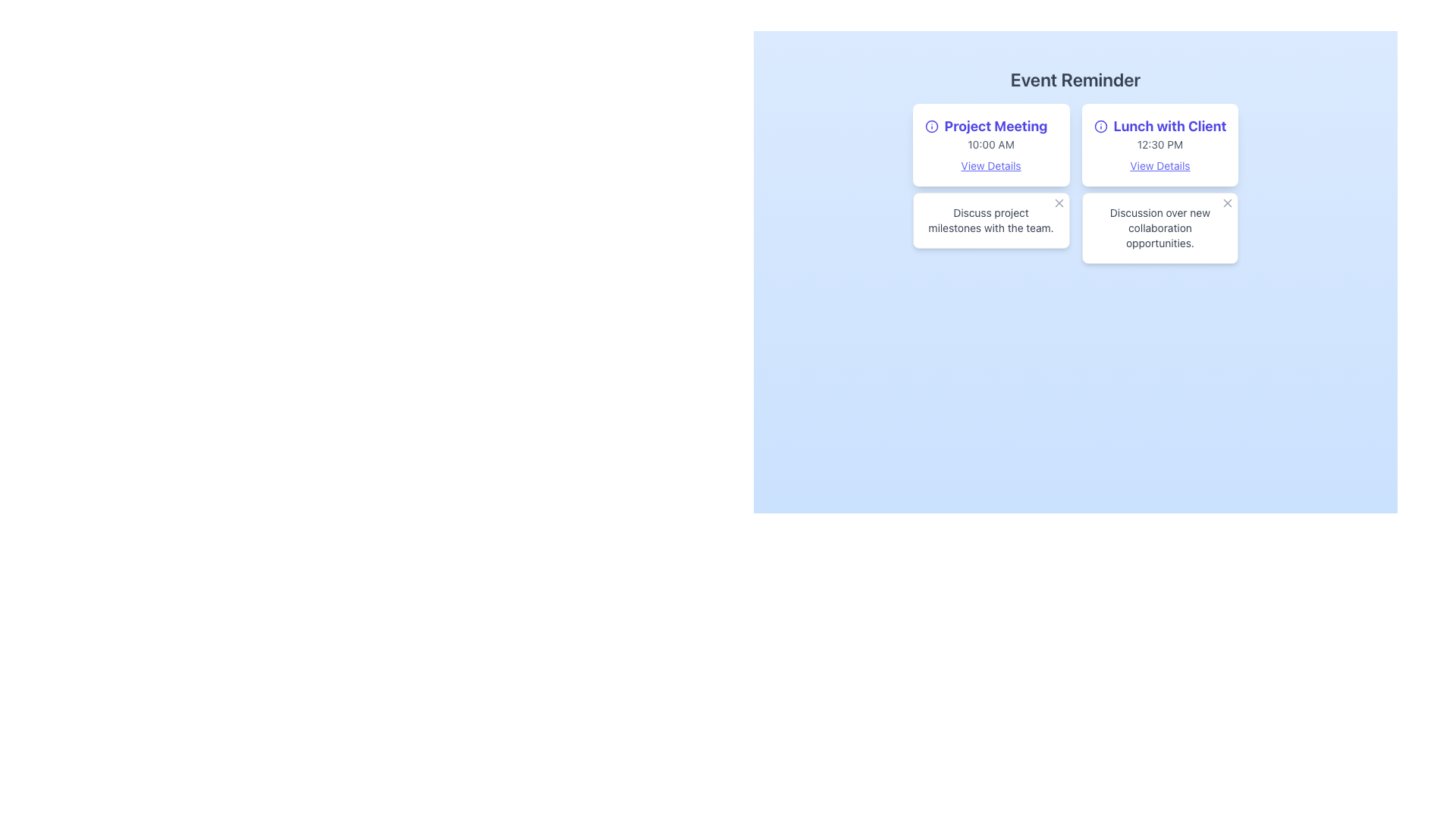 Image resolution: width=1456 pixels, height=819 pixels. Describe the element at coordinates (930, 125) in the screenshot. I see `the SVG Circle element with a radius of 10, located to the left of the 'Project Meeting' title text` at that location.